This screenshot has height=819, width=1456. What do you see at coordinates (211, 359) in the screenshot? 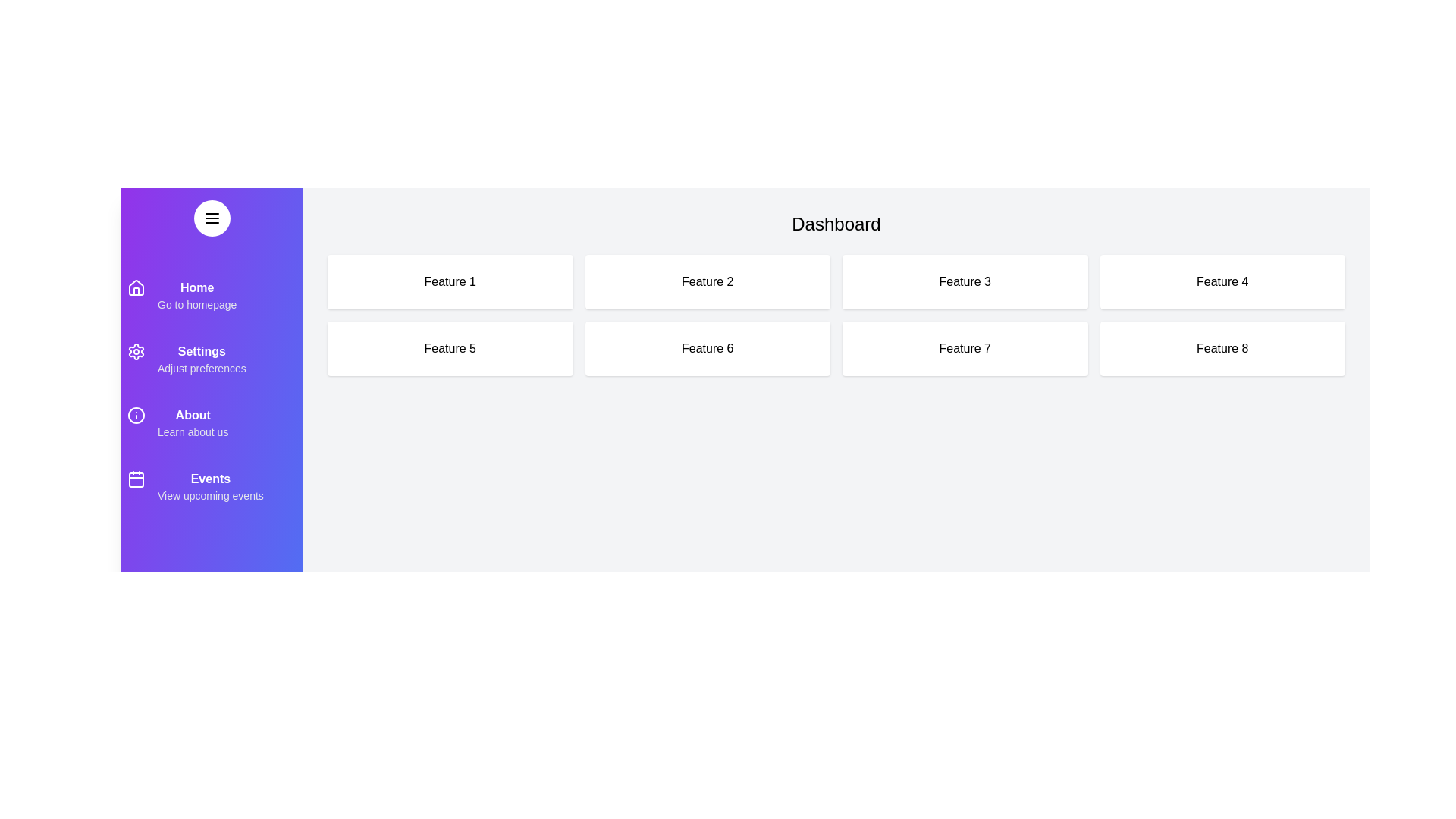
I see `the menu item Settings` at bounding box center [211, 359].